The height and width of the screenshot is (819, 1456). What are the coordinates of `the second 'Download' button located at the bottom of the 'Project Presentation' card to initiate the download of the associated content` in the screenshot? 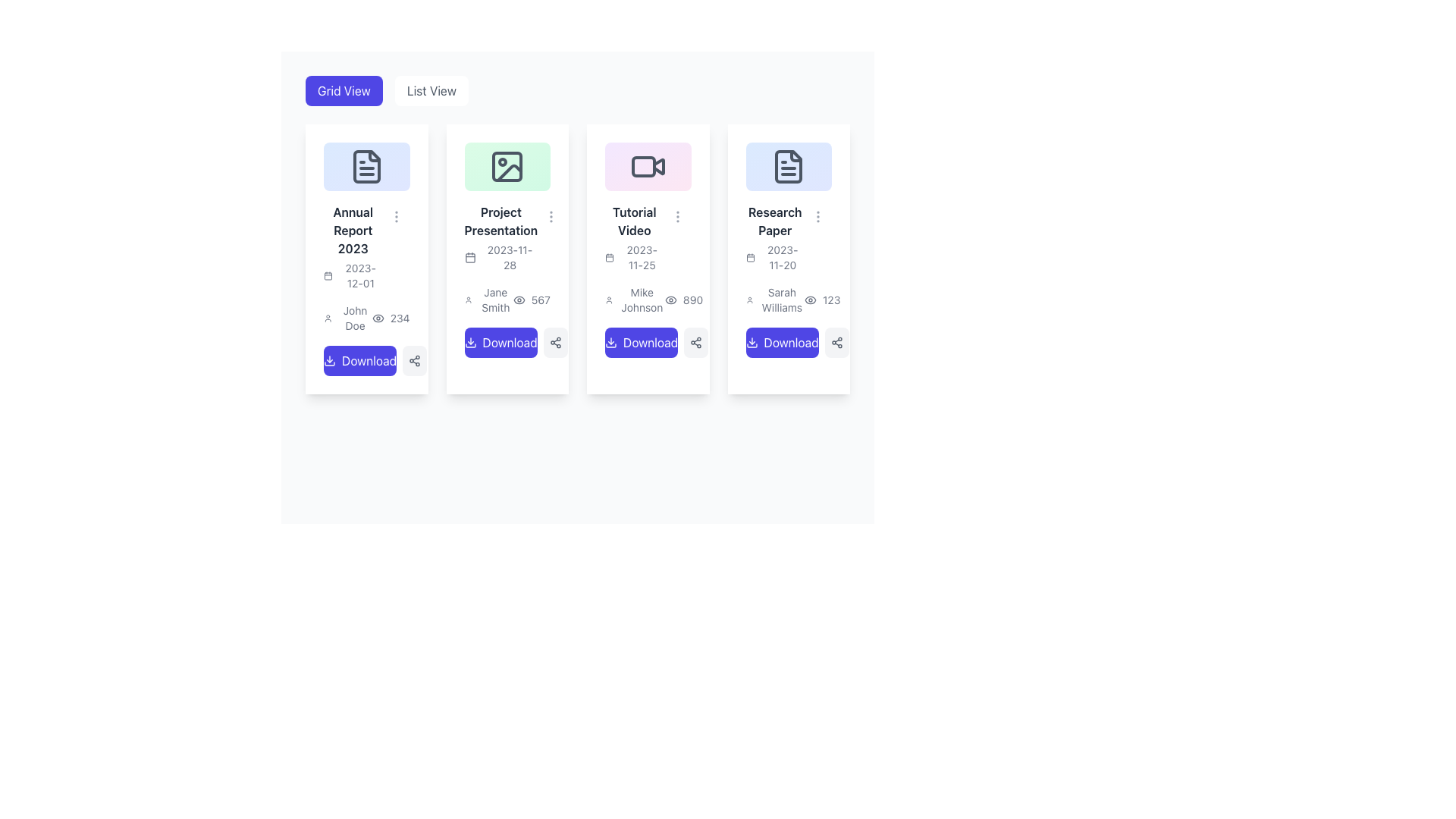 It's located at (507, 342).